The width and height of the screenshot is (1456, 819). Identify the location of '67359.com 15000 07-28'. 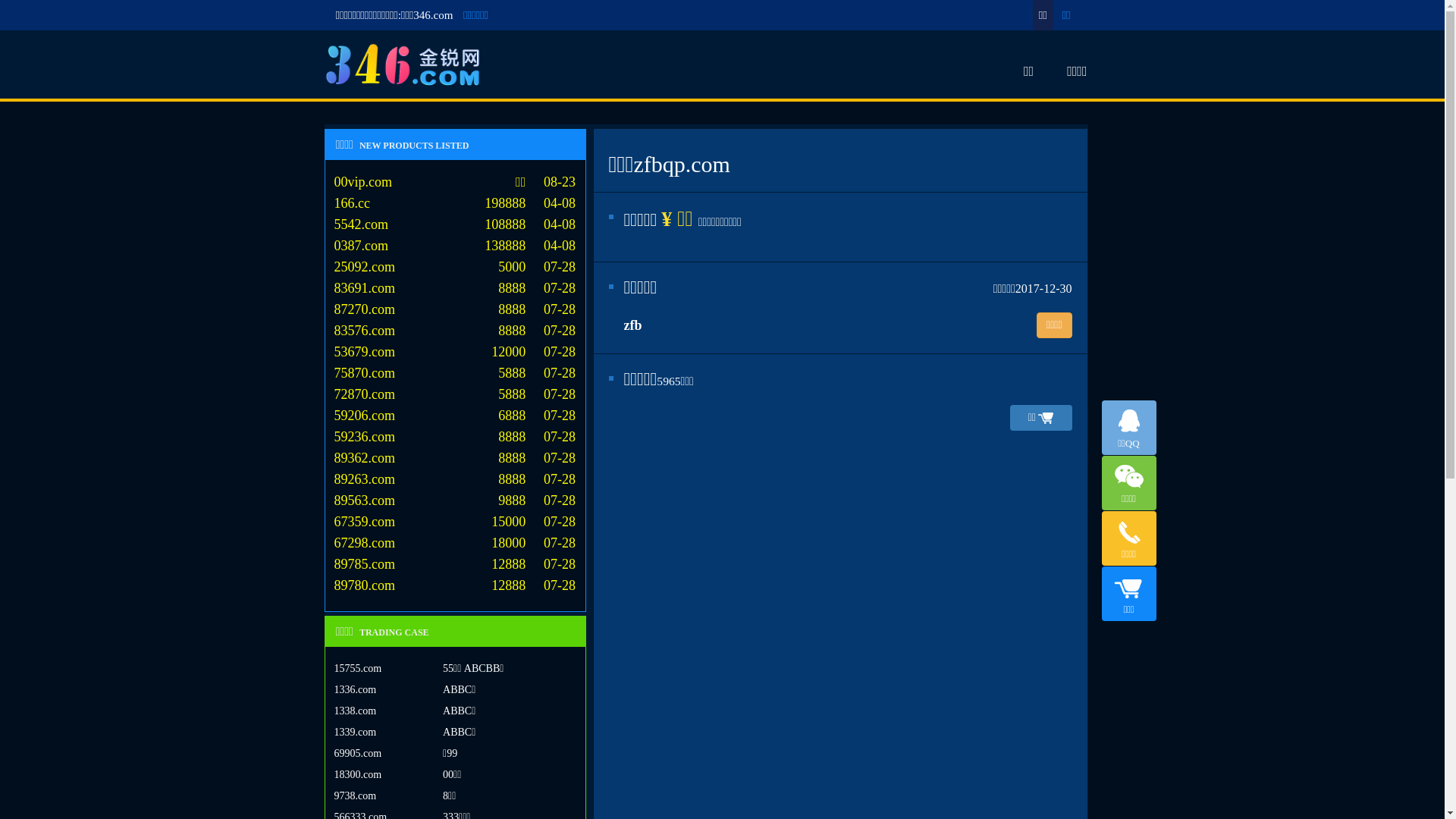
(453, 526).